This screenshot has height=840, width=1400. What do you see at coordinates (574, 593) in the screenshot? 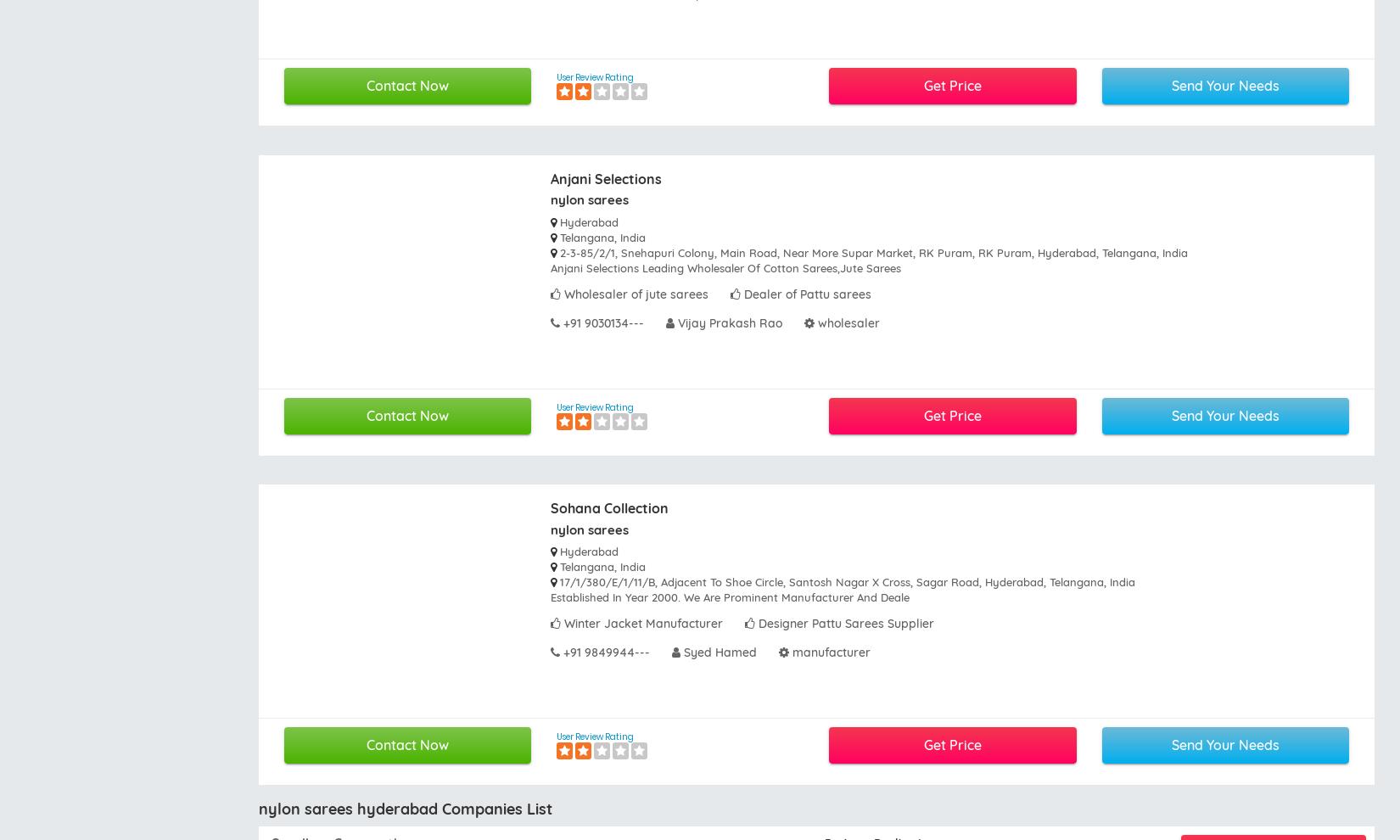
I see `'Refund / Cancellation Policy'` at bounding box center [574, 593].